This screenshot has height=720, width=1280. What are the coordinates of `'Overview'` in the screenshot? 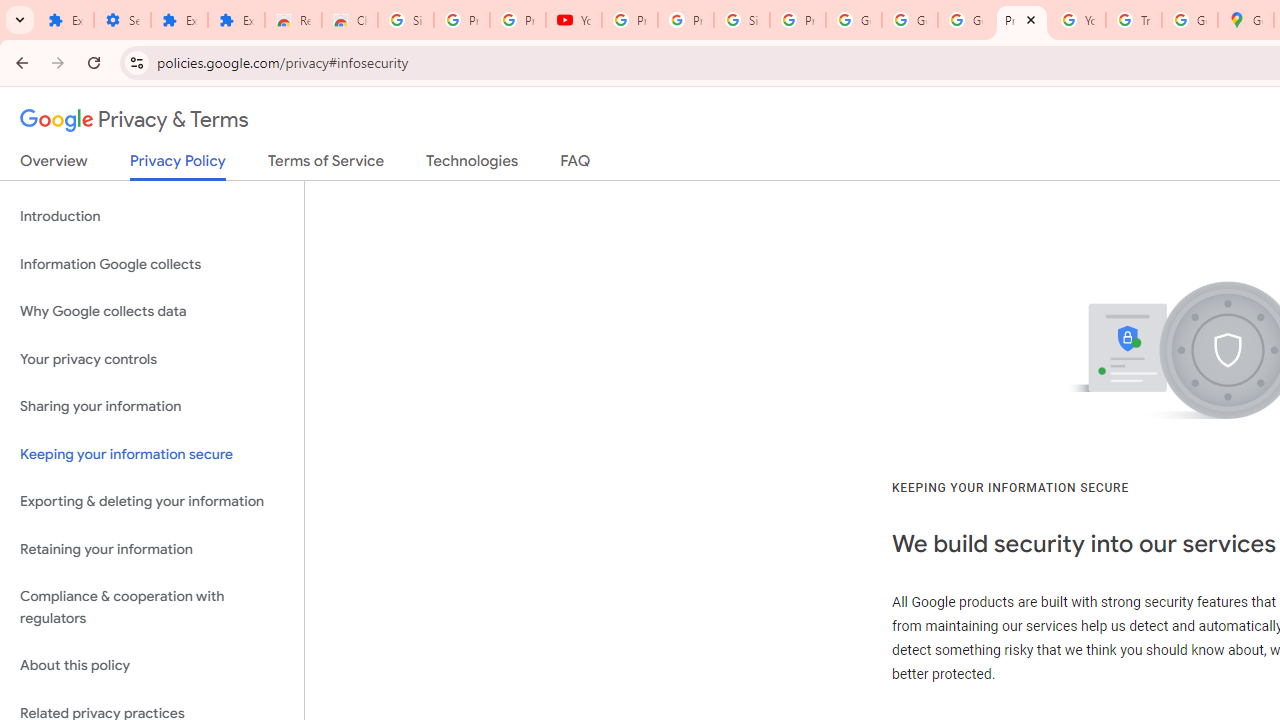 It's located at (54, 164).